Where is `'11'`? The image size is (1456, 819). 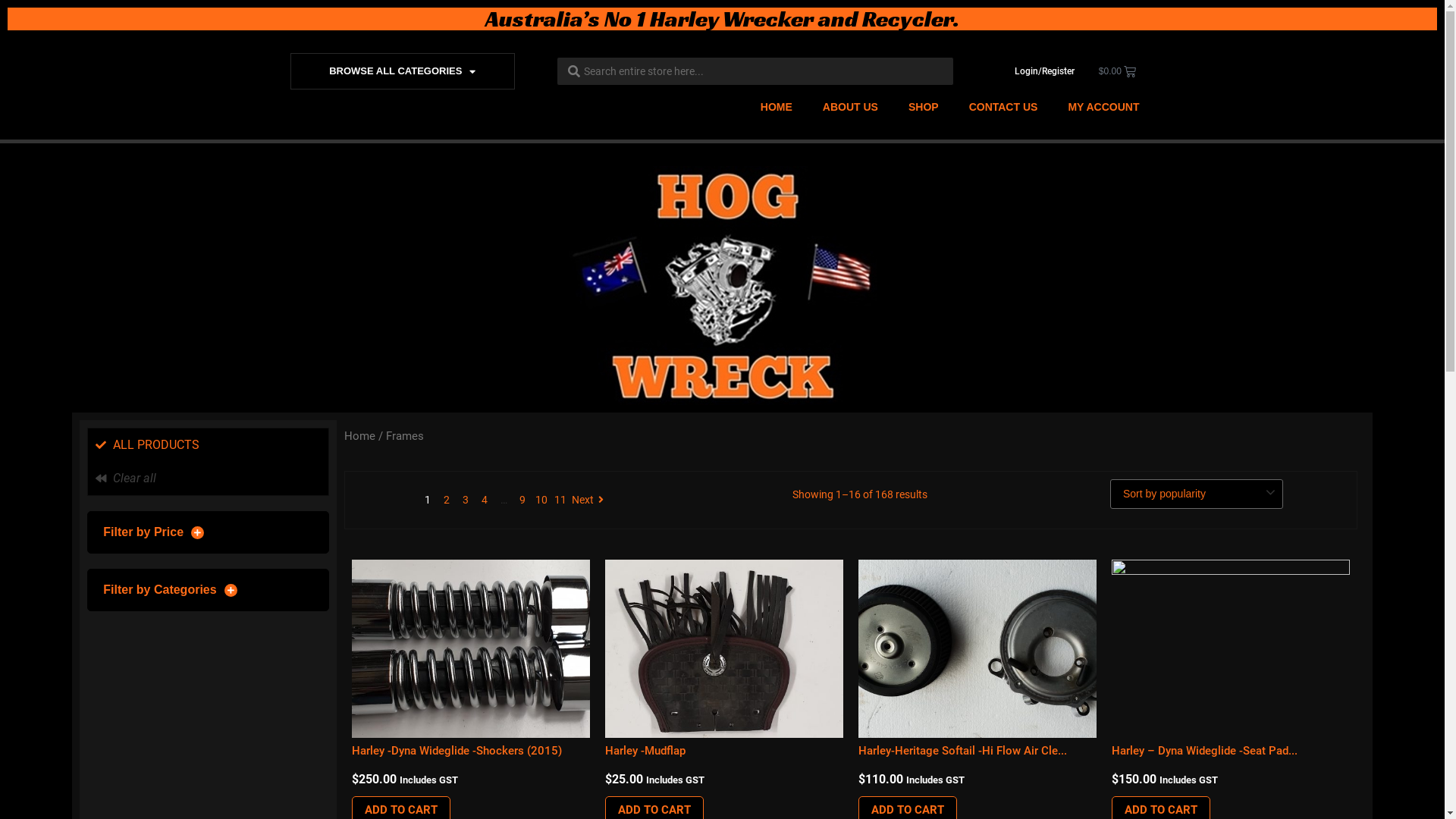
'11' is located at coordinates (552, 500).